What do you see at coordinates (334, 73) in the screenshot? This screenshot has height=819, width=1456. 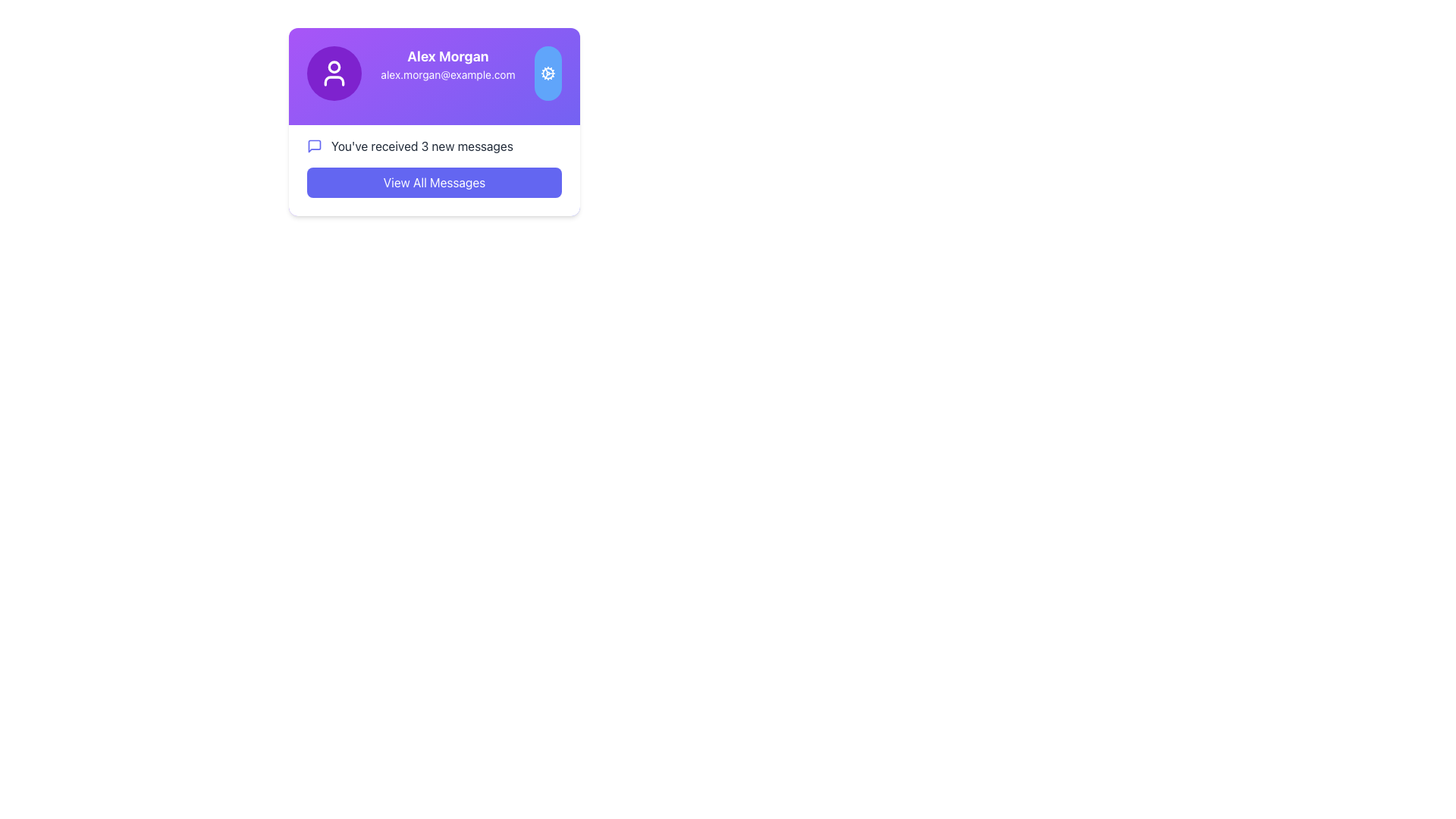 I see `the circular purple Icon Display Component with a white user icon in its center, located to the left of the text 'Alex Morgan' and 'alex.morgan@example.com'` at bounding box center [334, 73].